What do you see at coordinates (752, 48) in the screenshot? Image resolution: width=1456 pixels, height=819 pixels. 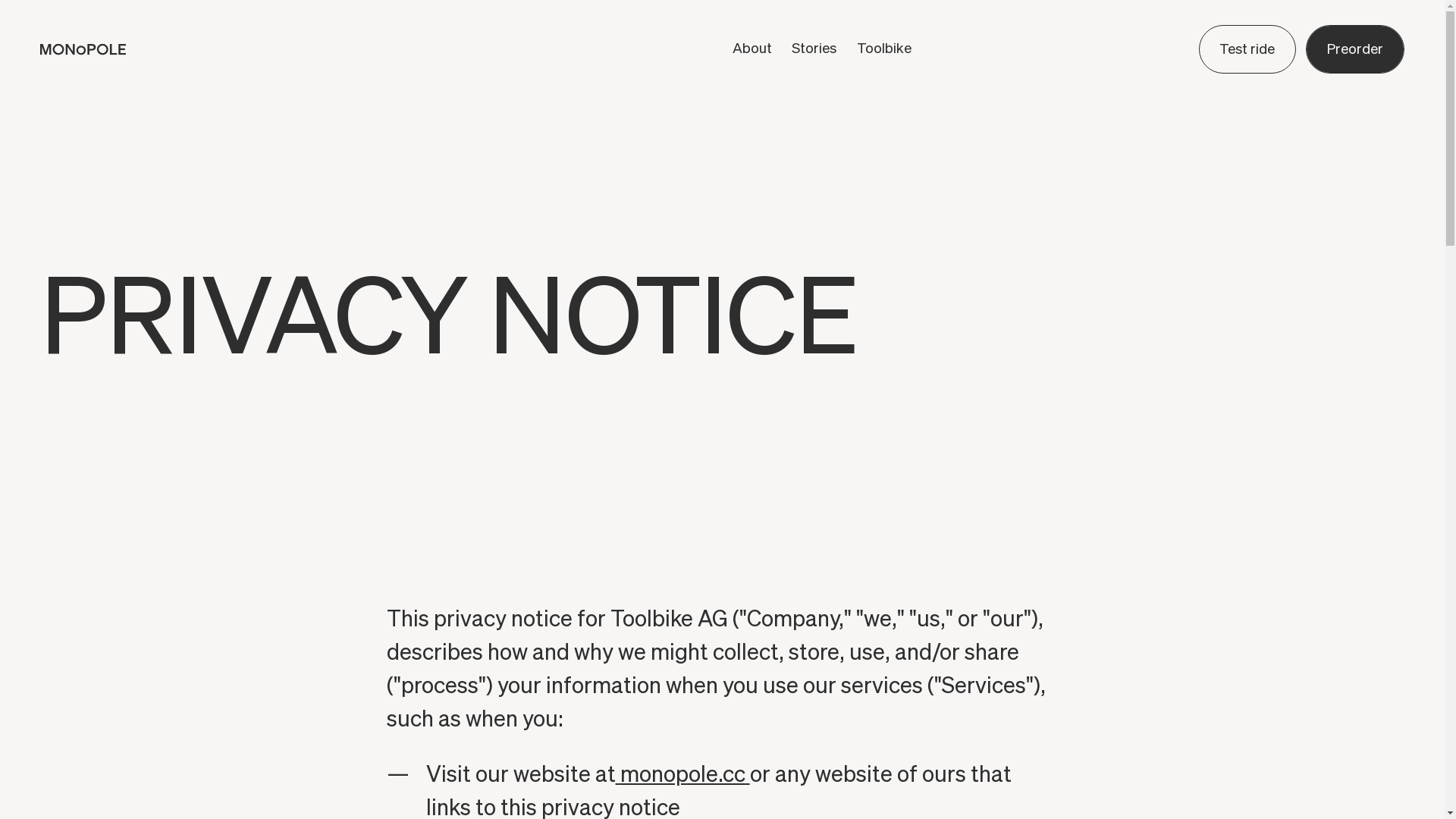 I see `'About'` at bounding box center [752, 48].